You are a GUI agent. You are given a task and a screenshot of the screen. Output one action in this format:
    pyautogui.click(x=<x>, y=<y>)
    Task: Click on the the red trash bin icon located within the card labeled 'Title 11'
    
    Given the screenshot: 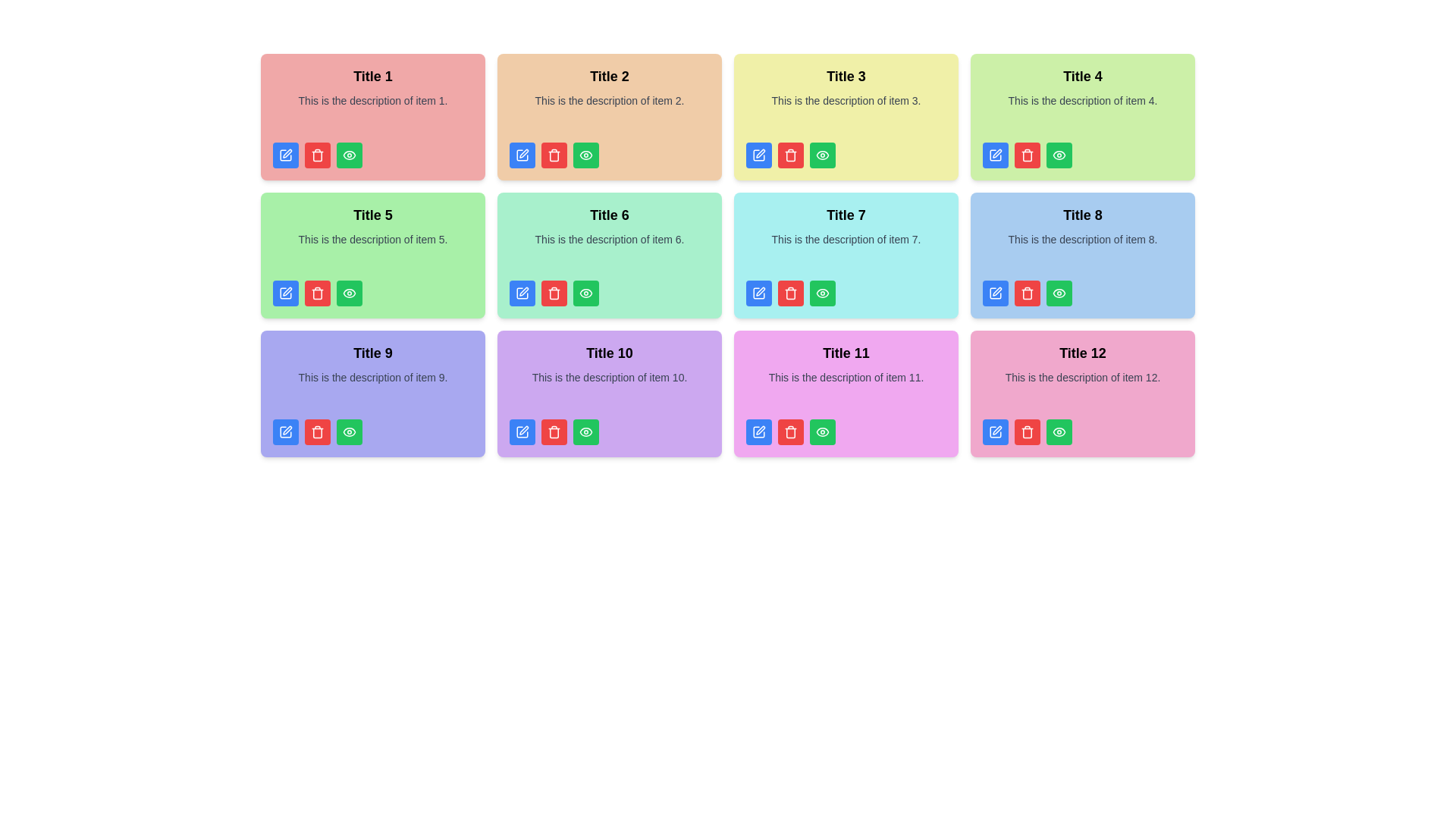 What is the action you would take?
    pyautogui.click(x=789, y=432)
    